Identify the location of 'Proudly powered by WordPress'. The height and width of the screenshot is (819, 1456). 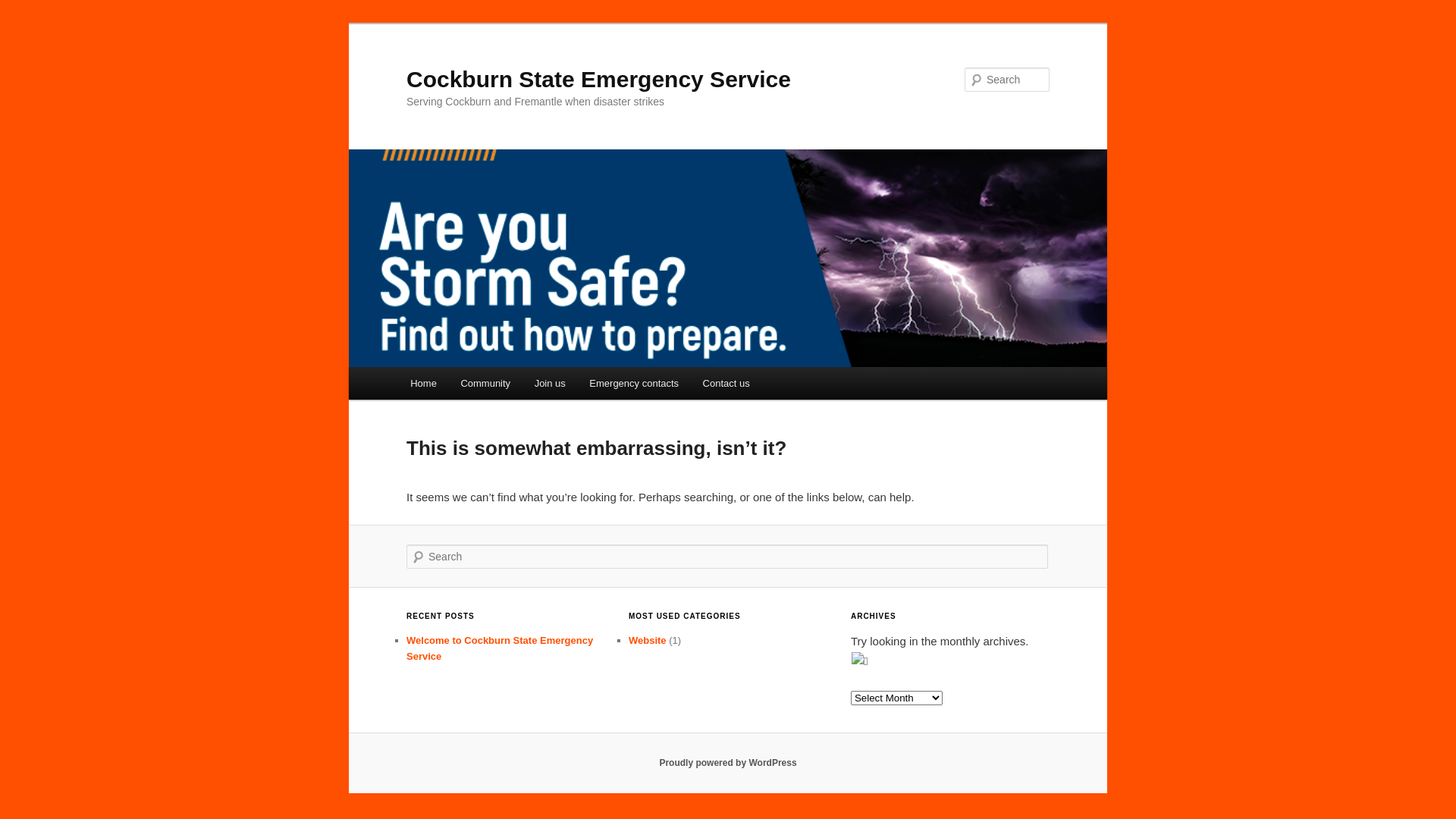
(658, 763).